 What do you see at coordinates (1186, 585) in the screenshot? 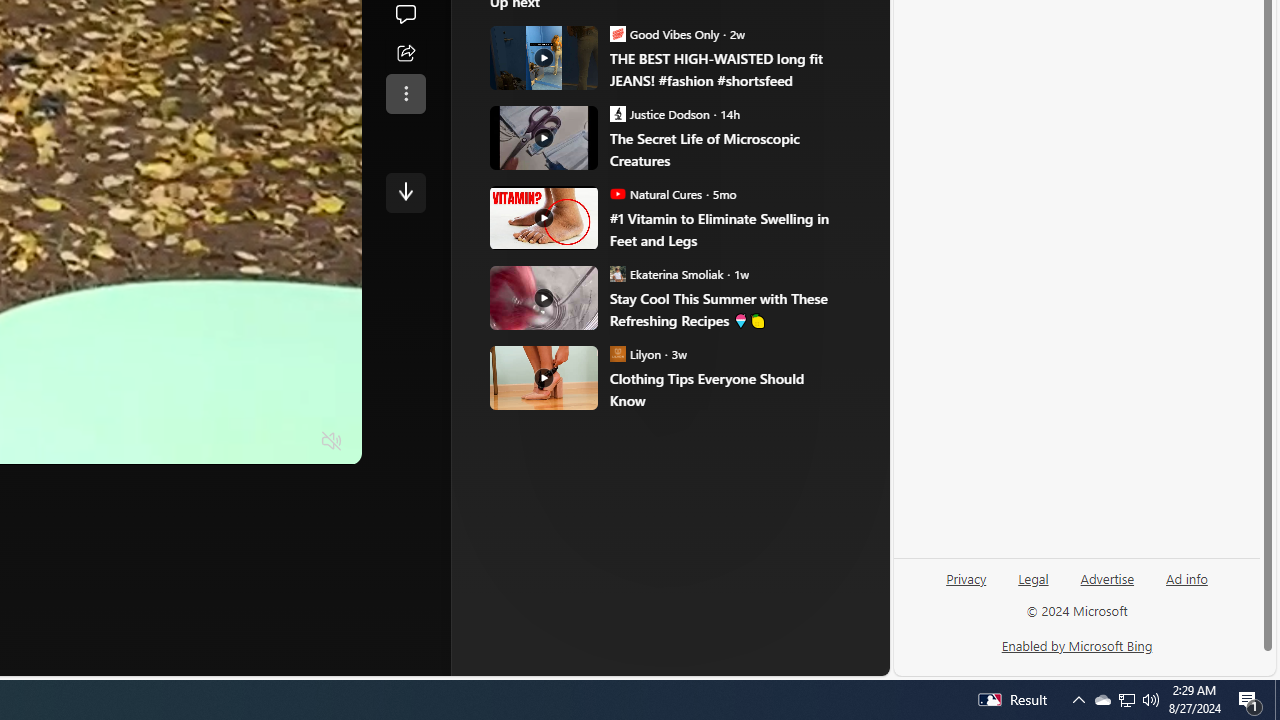
I see `'Ad info'` at bounding box center [1186, 585].